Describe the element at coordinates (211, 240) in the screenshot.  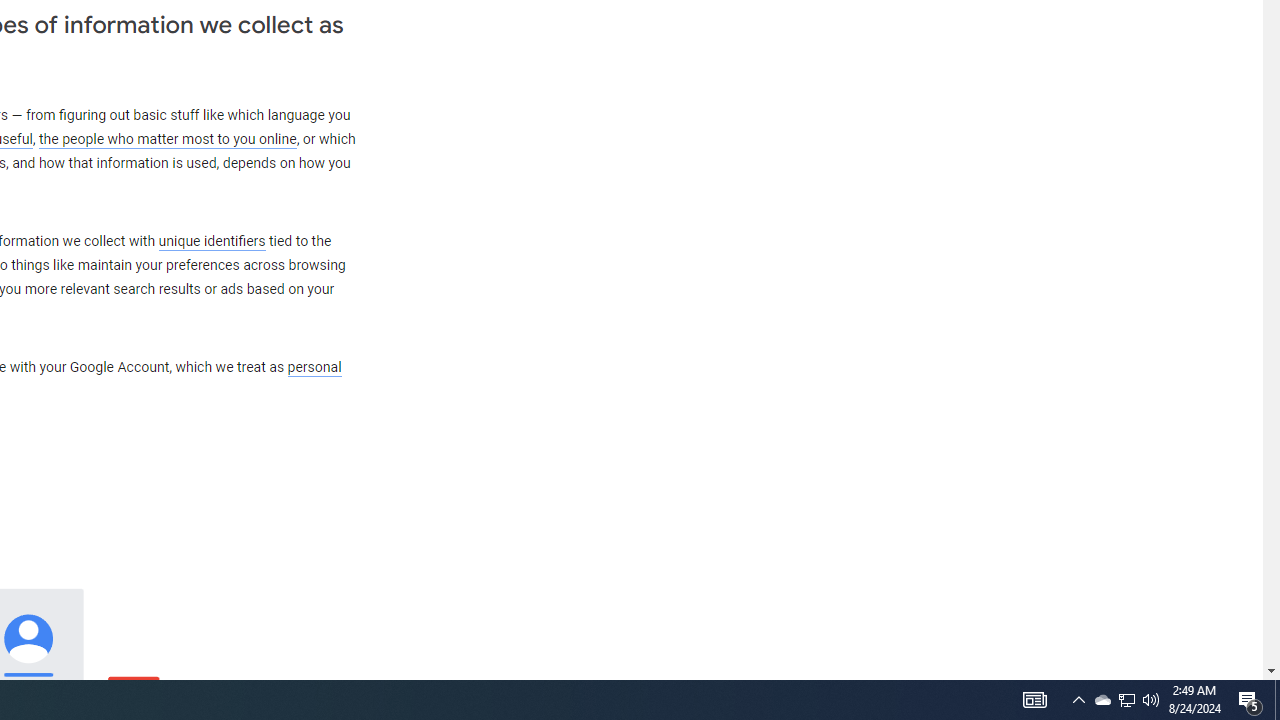
I see `'unique identifiers'` at that location.